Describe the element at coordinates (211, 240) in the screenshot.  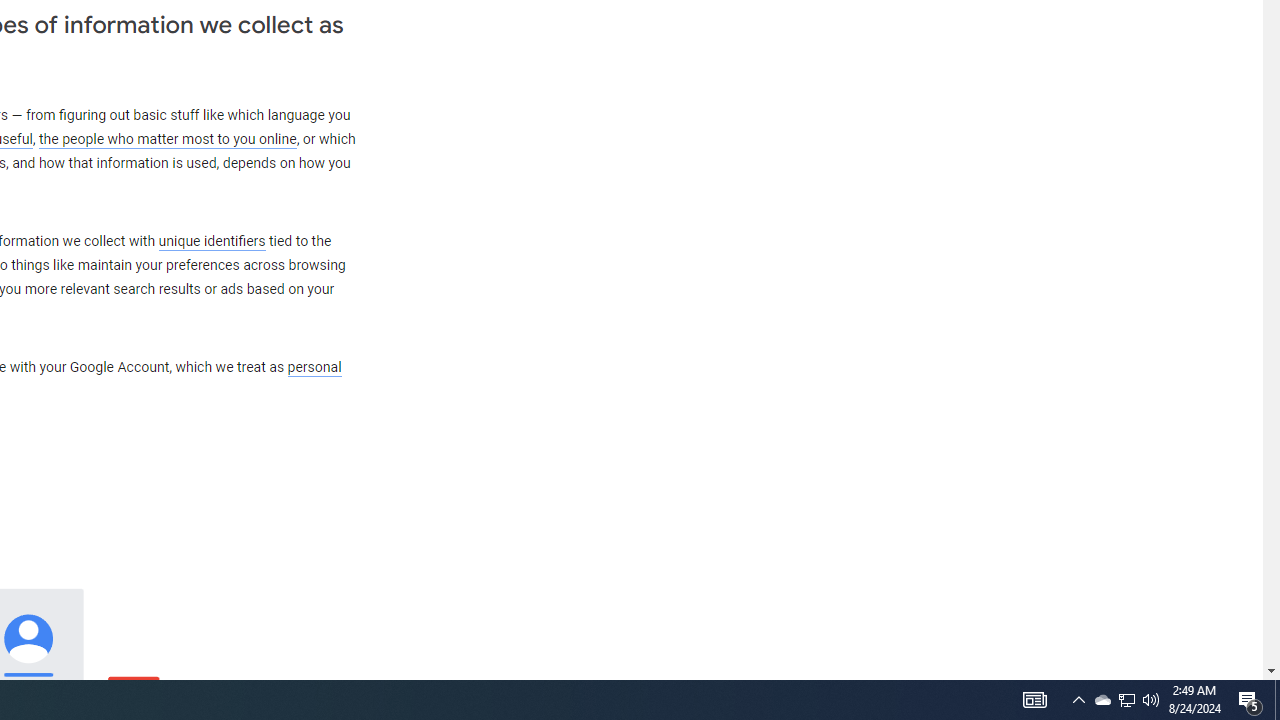
I see `'unique identifiers'` at that location.